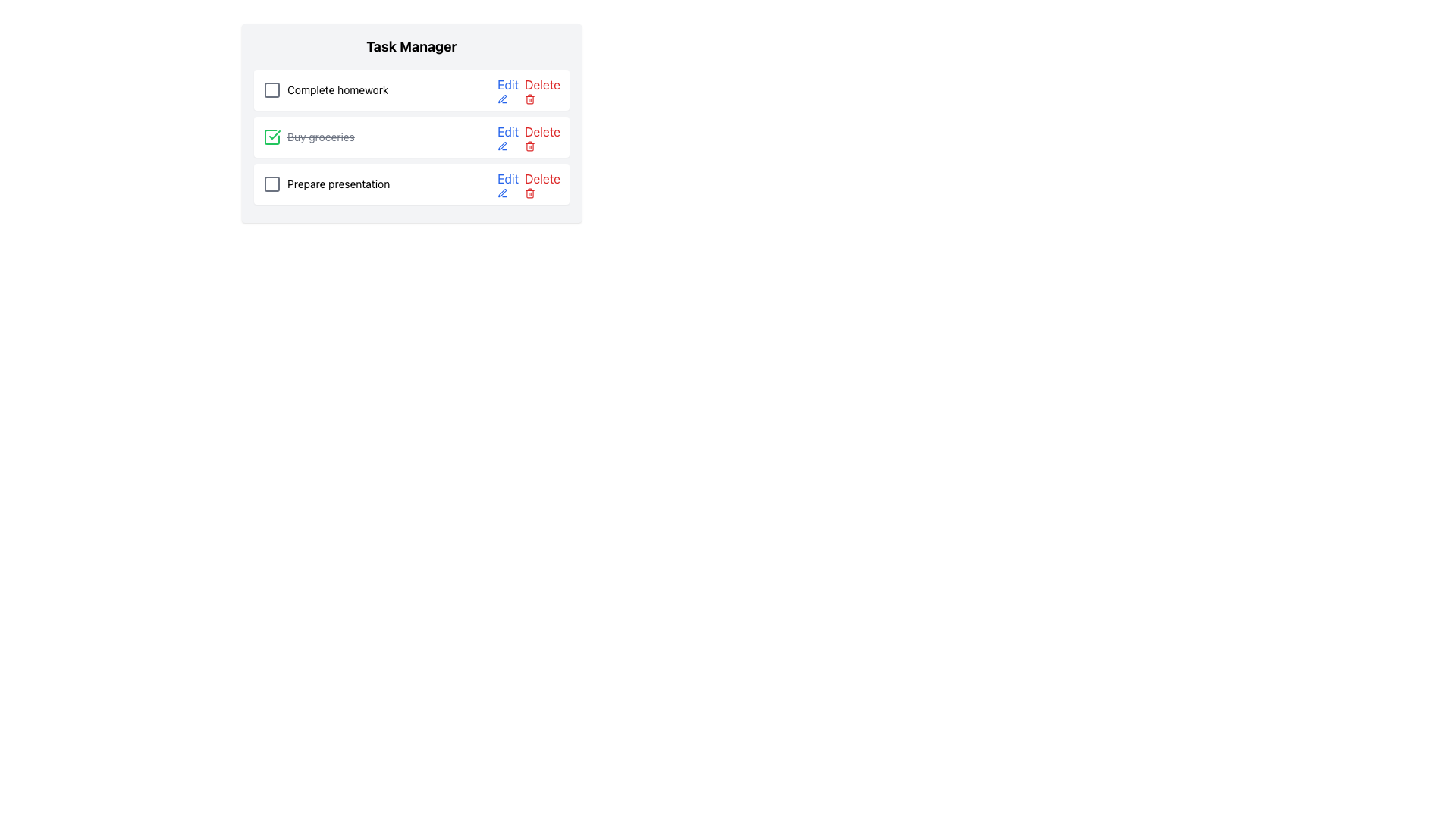 Image resolution: width=1456 pixels, height=819 pixels. Describe the element at coordinates (337, 184) in the screenshot. I see `the text label indicating the name of the task within the third list item of the task manager interface, located at the bottom of the list, to provide context for related interactive controls` at that location.